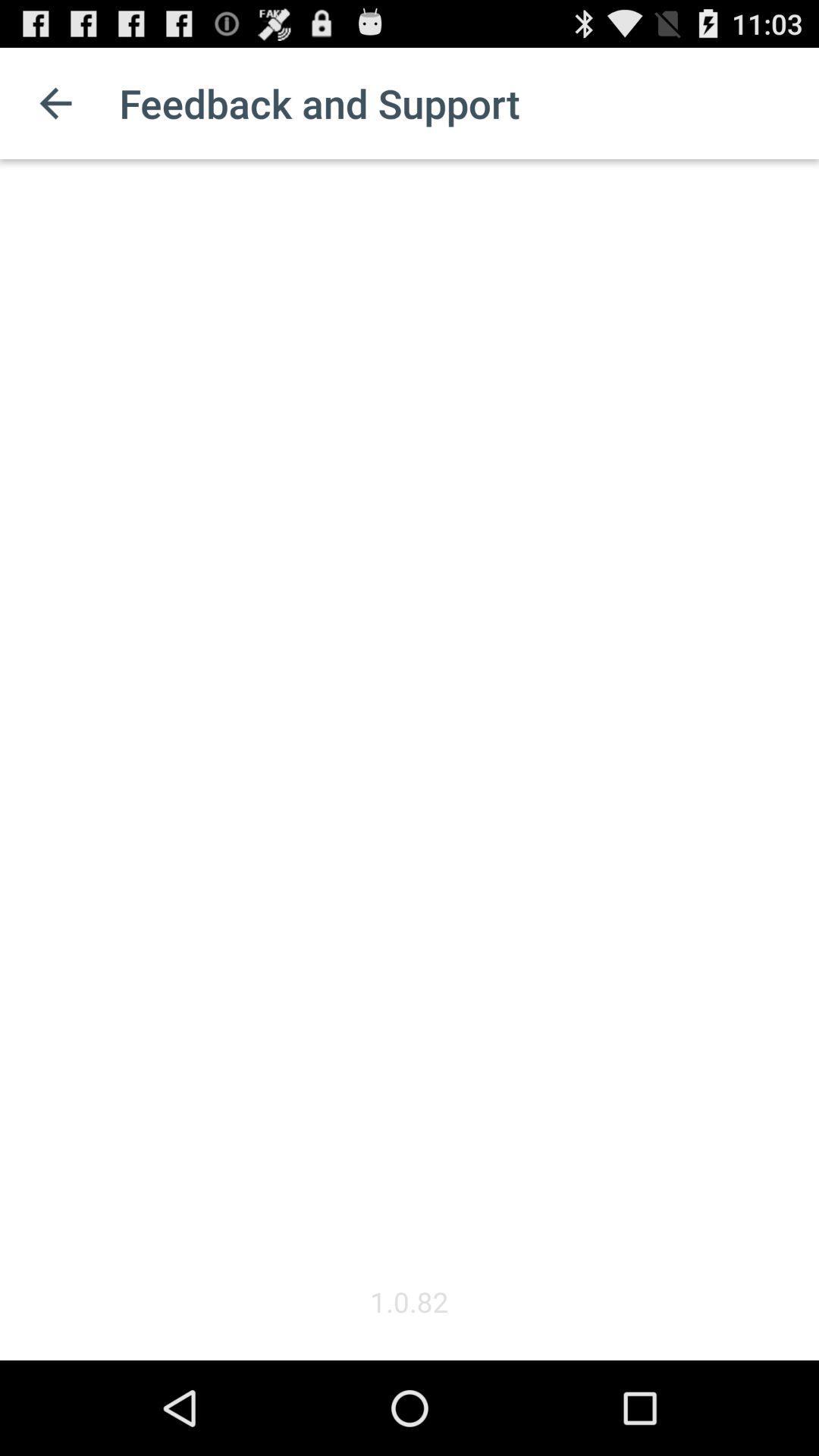 This screenshot has width=819, height=1456. Describe the element at coordinates (55, 102) in the screenshot. I see `the app next to the feedback and support app` at that location.